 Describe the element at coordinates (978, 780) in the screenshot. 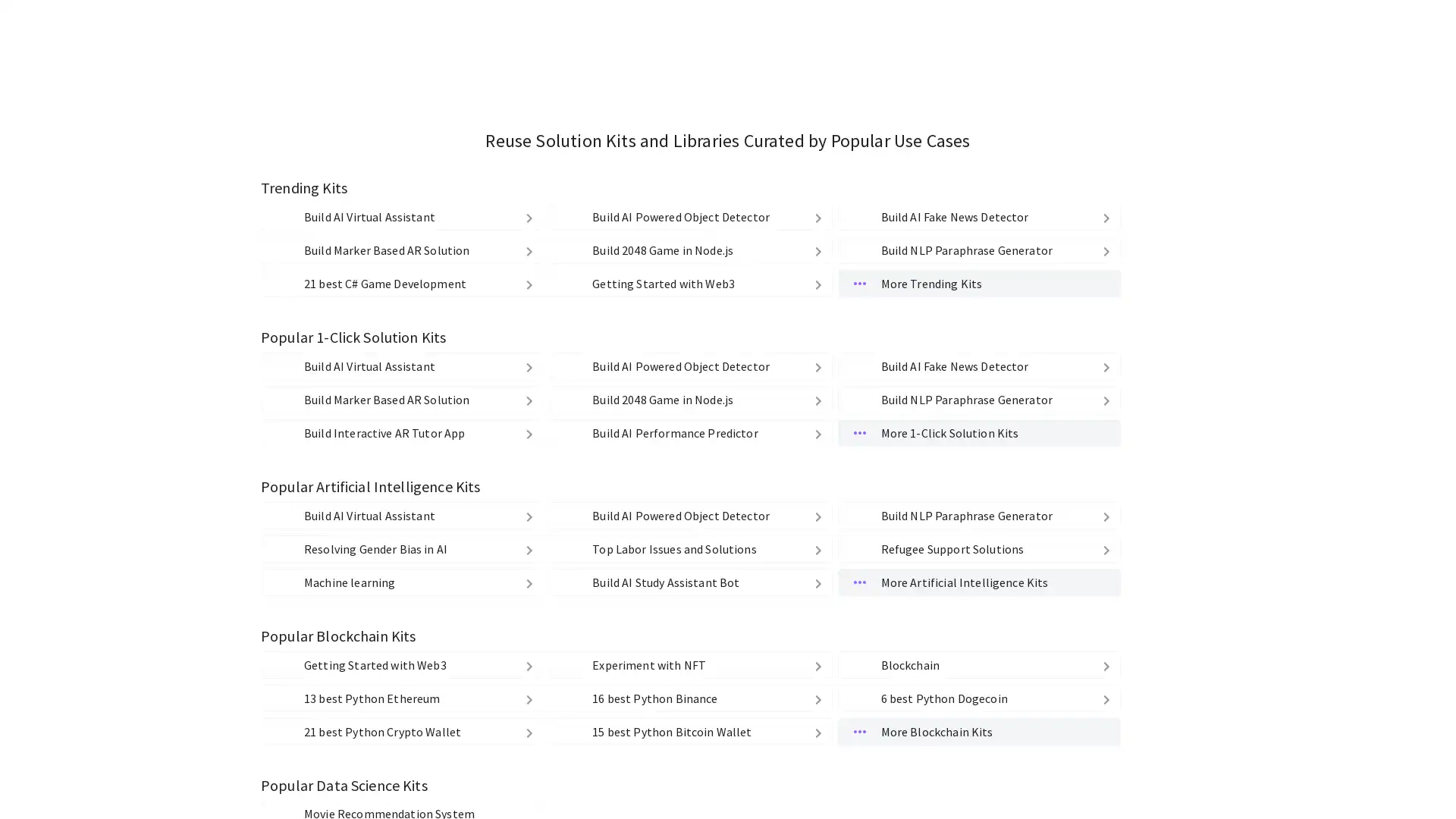

I see `paraphrase-generator1 Build NLP Paraphrase Generator` at that location.